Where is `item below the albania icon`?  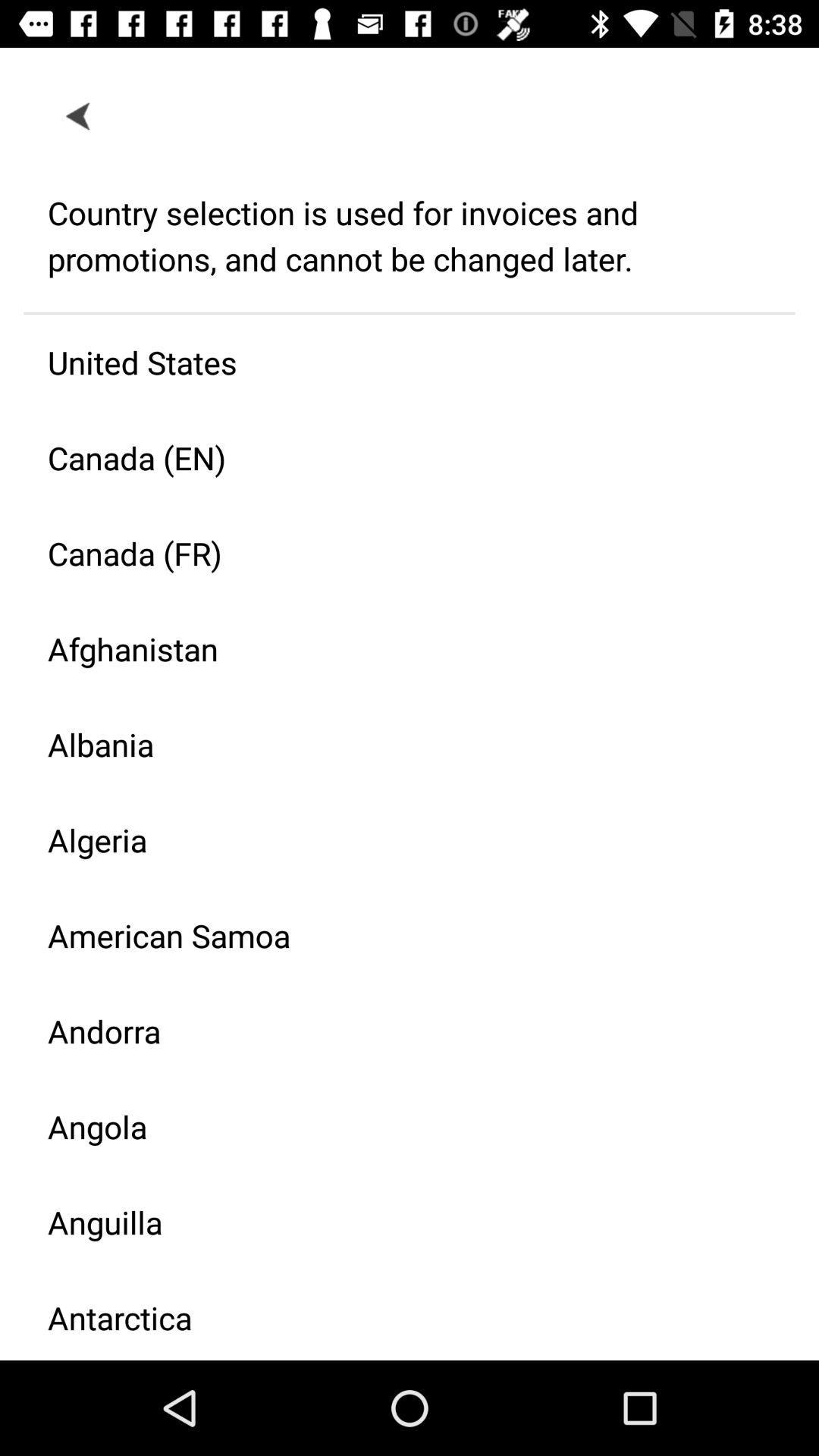
item below the albania icon is located at coordinates (397, 839).